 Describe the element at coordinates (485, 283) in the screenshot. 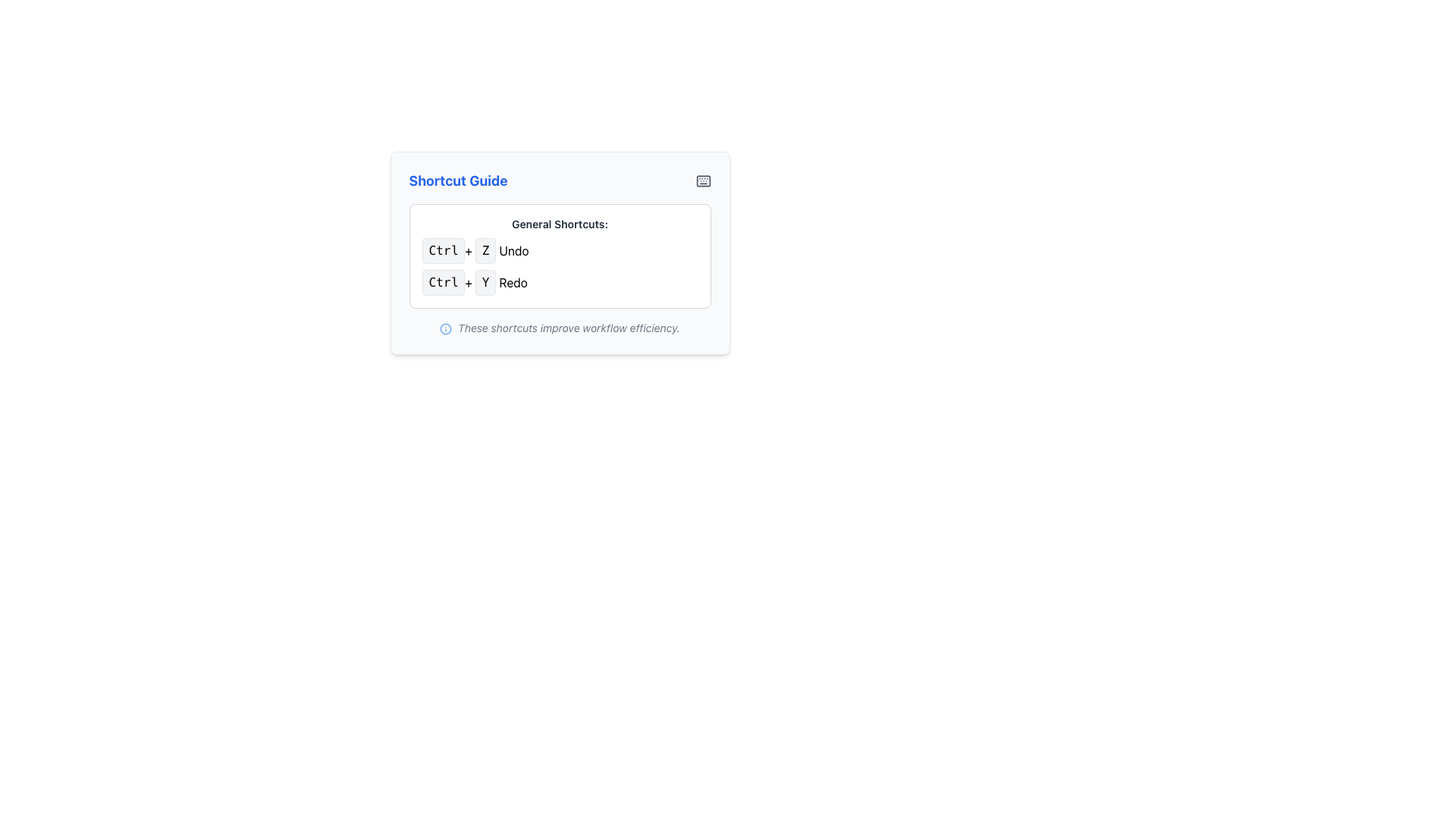

I see `the rectangular button labeled 'Y' in the keyboard shortcut representation, which is part of the 'Ctrl + Y' combination` at that location.